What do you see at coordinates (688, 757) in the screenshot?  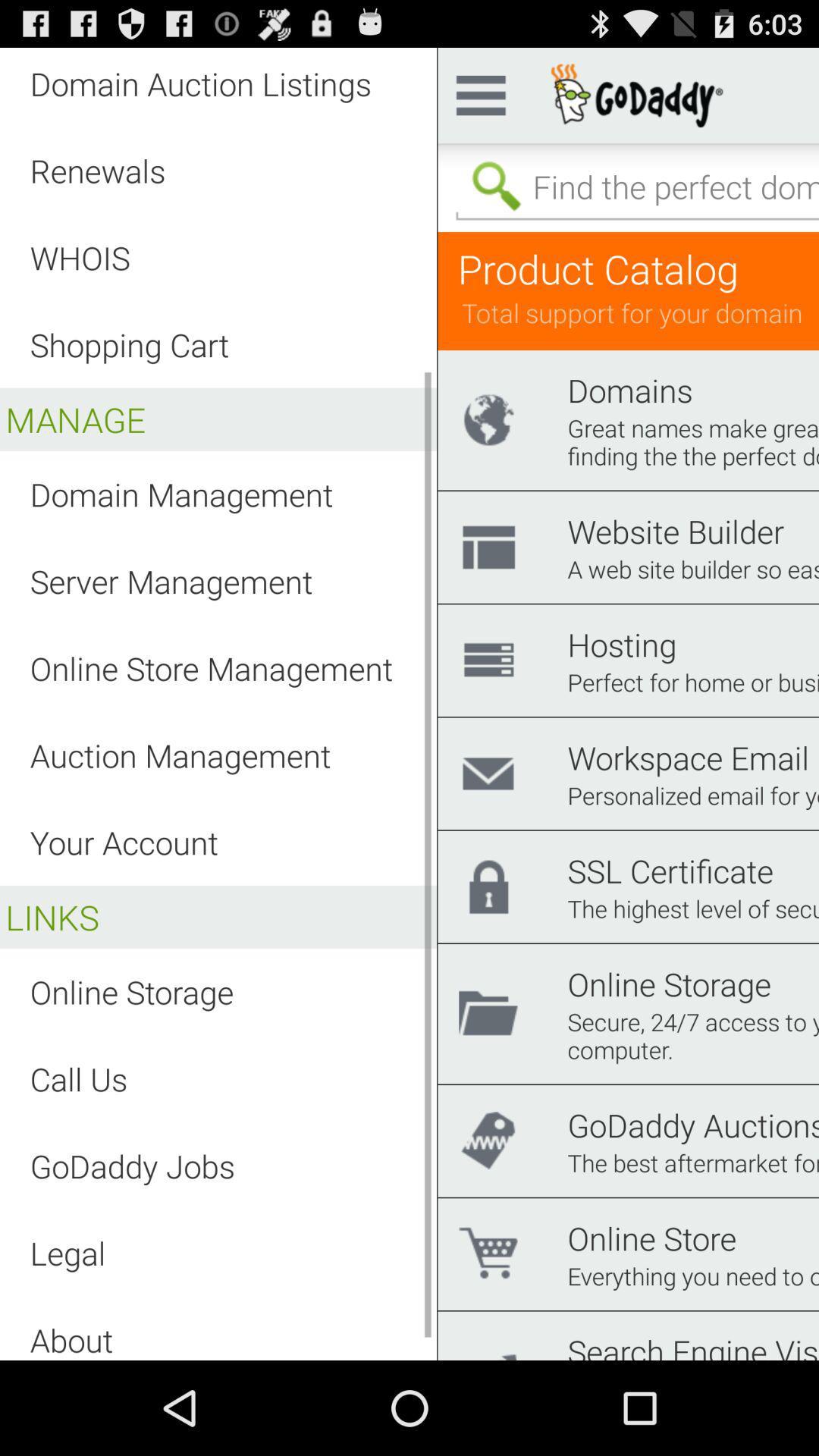 I see `workspace email app` at bounding box center [688, 757].